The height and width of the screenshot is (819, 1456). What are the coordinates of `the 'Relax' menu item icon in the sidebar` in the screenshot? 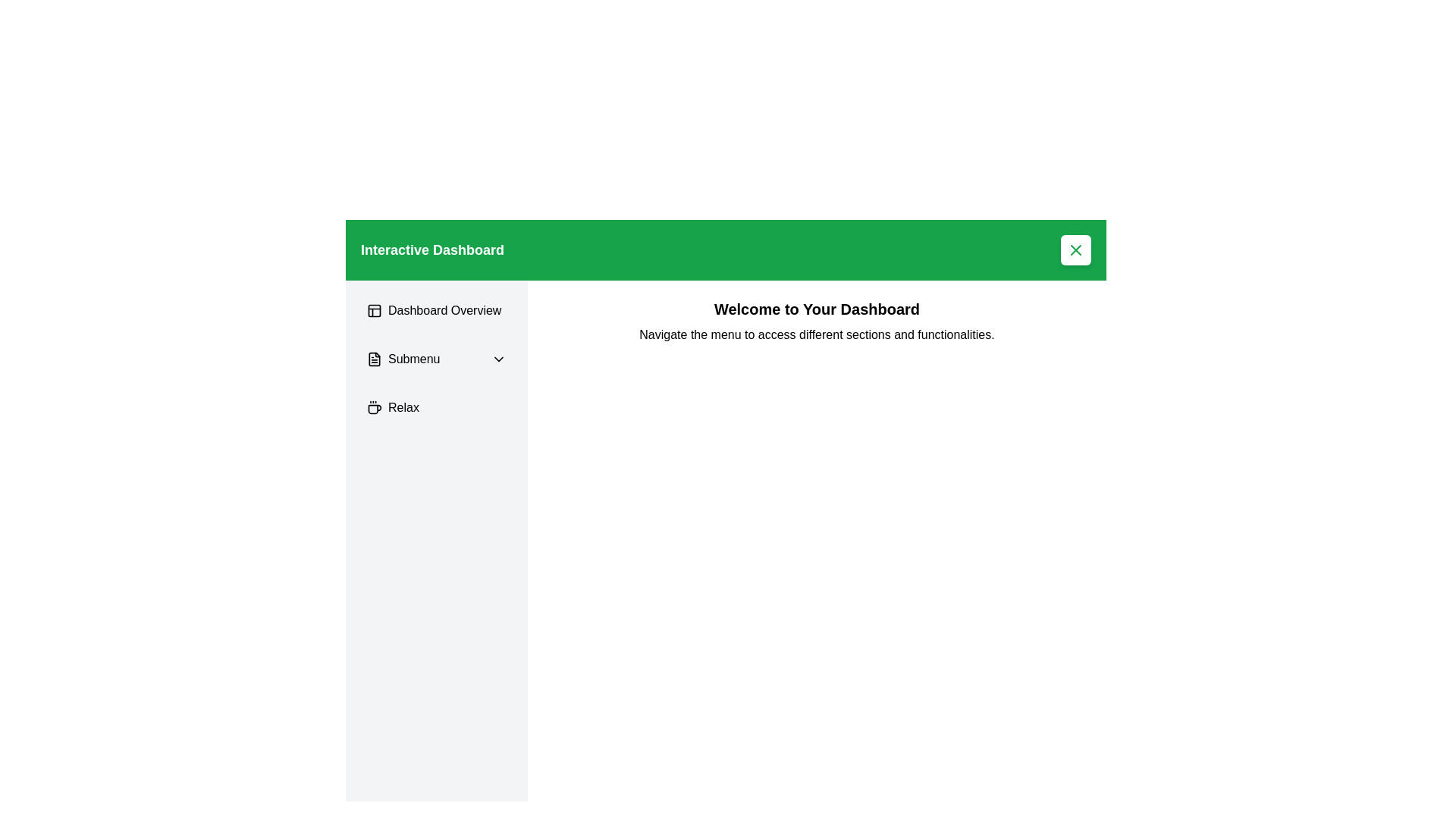 It's located at (375, 406).